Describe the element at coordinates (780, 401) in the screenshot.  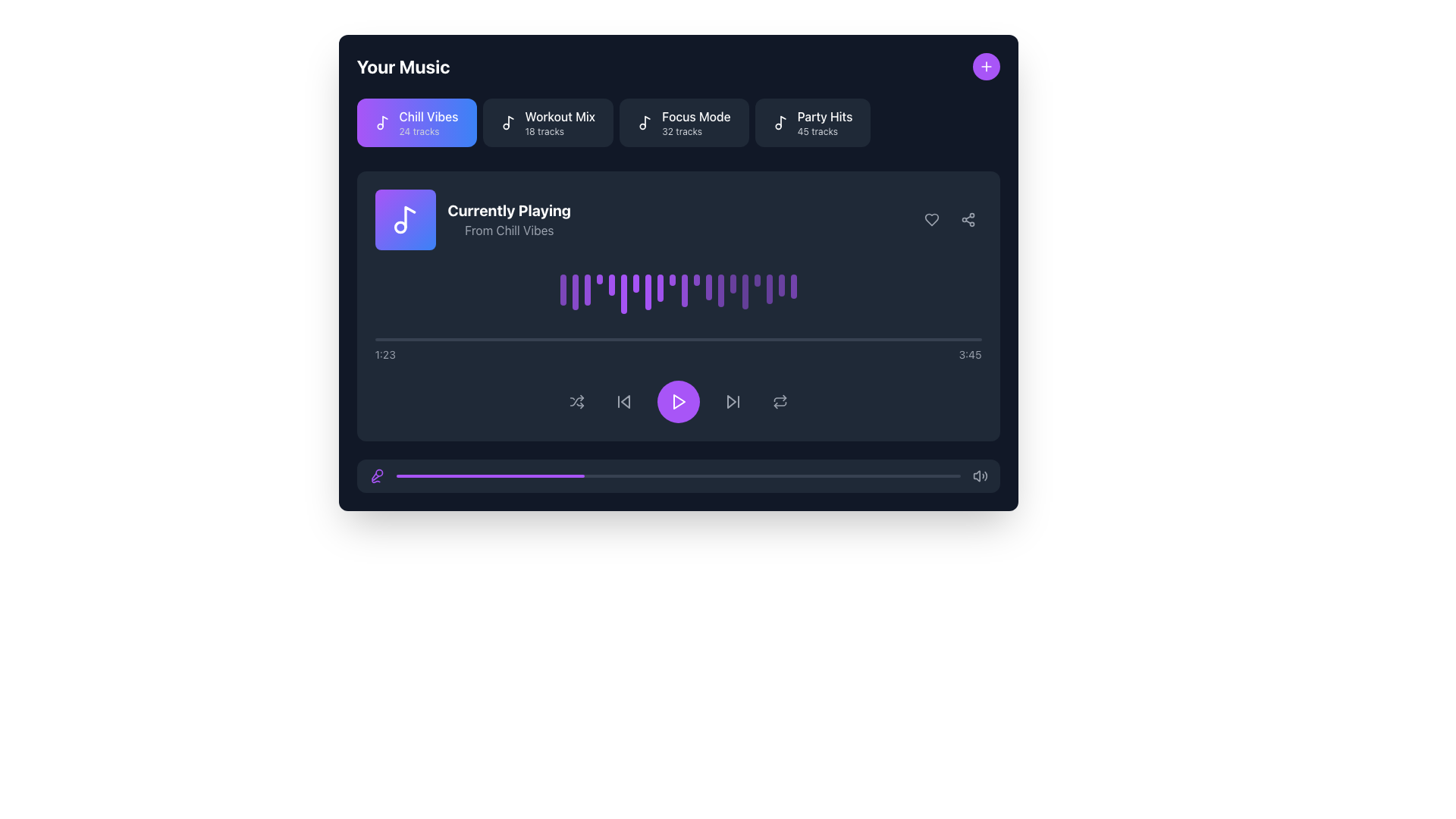
I see `the repeat button located at the right-hand side of the media playback control bar` at that location.